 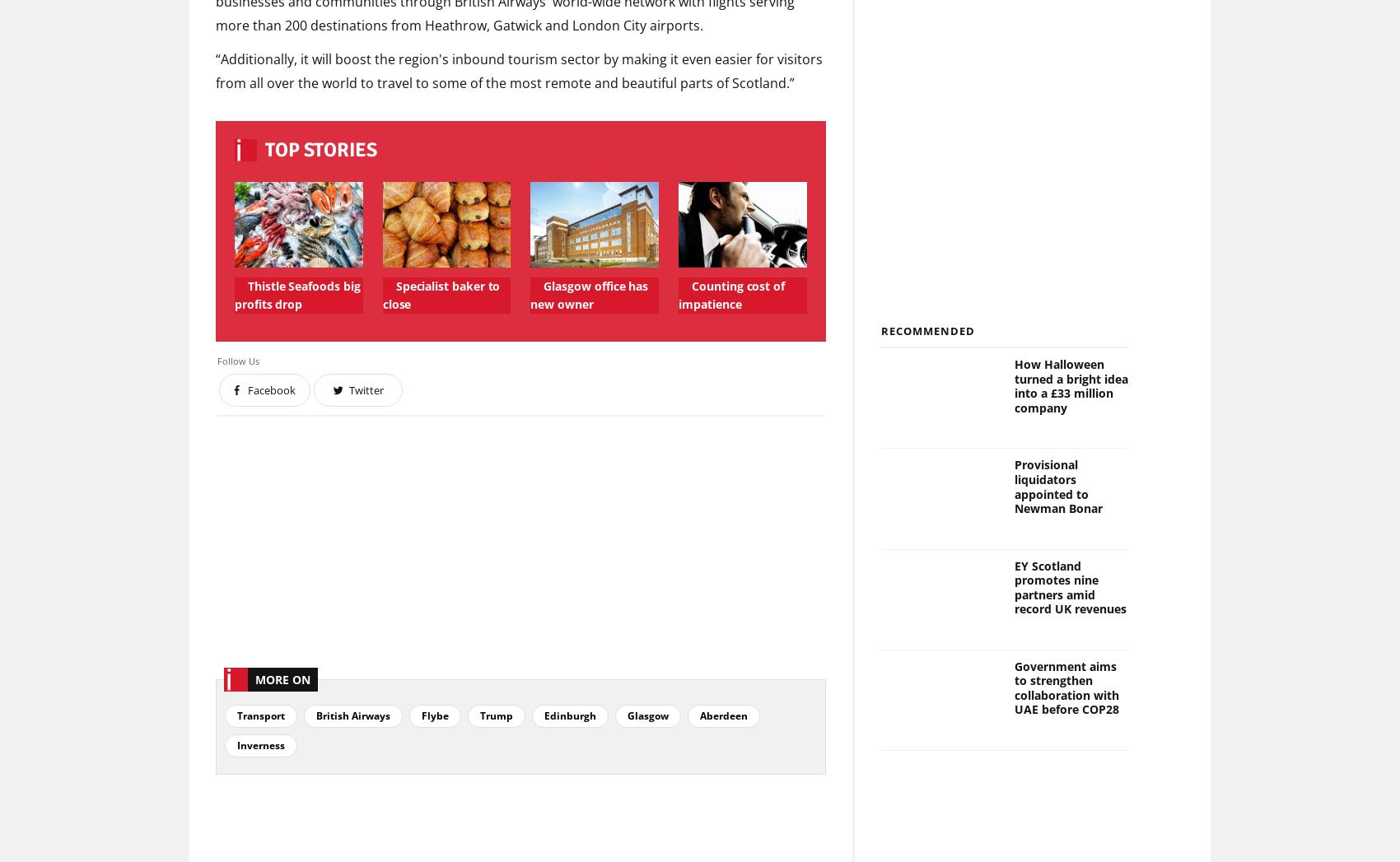 I want to click on 'Twitter', so click(x=348, y=389).